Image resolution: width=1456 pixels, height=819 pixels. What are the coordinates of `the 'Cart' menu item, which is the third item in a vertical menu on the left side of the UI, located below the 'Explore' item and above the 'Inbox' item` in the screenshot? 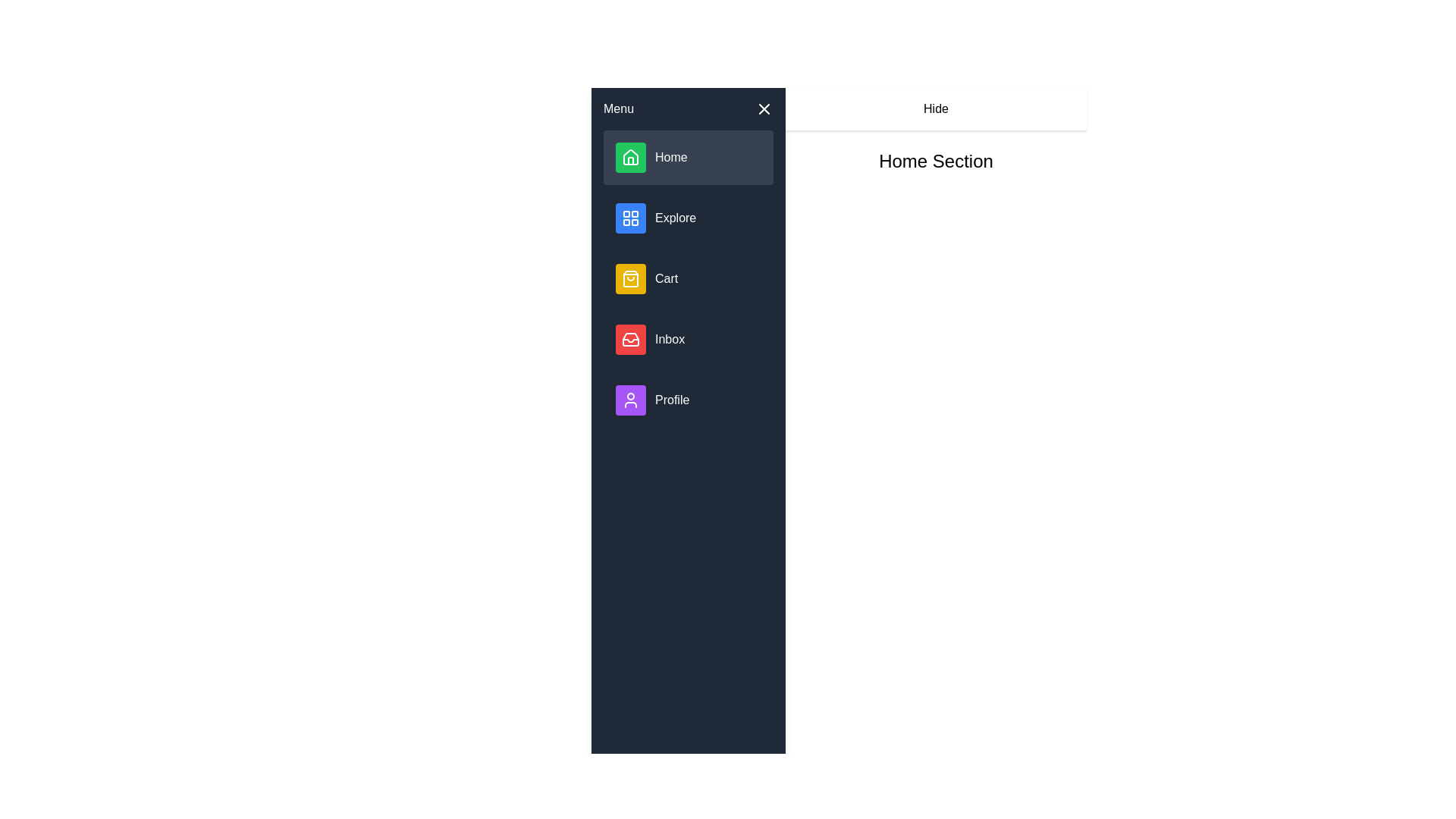 It's located at (687, 278).